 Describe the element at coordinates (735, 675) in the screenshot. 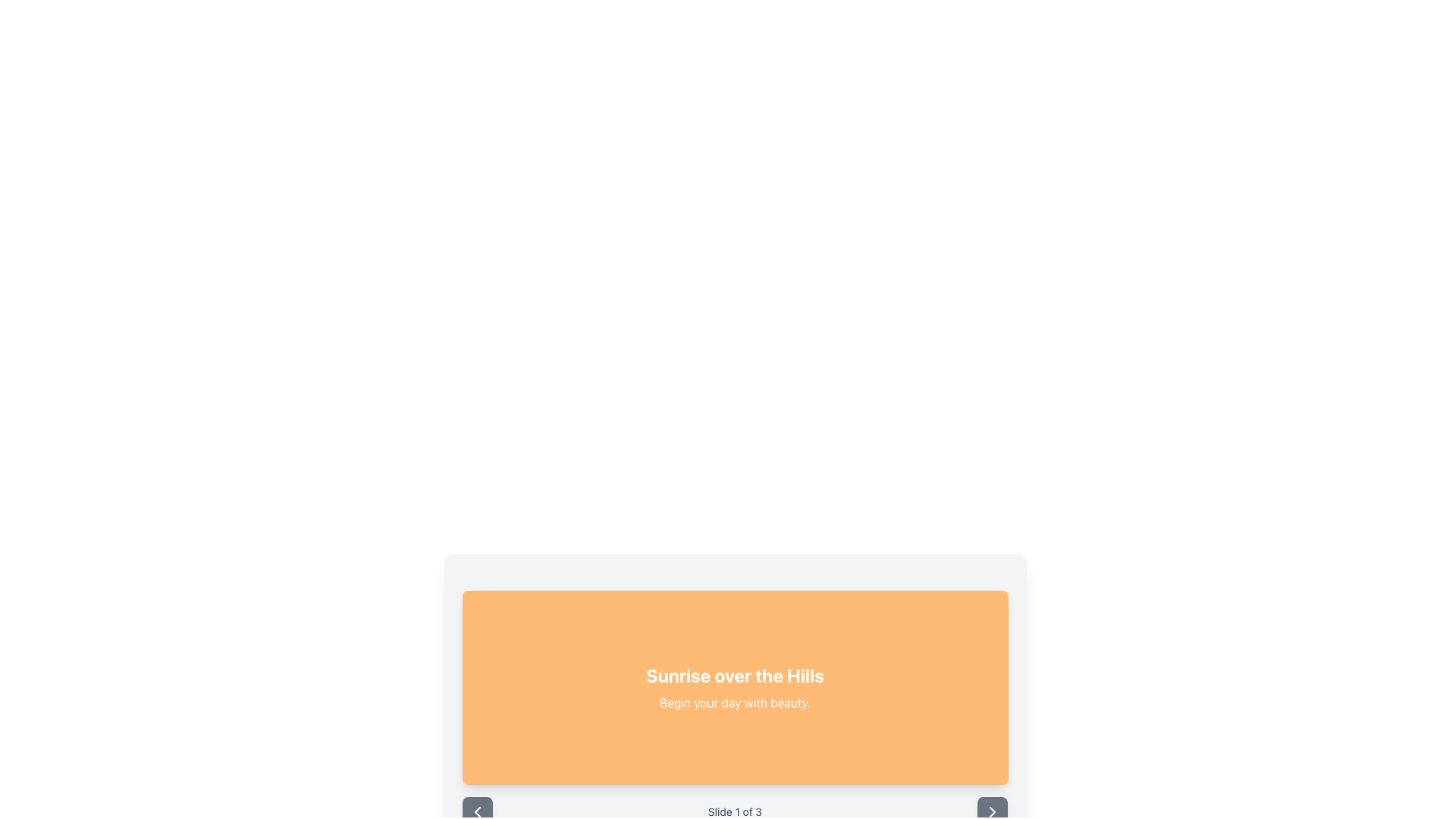

I see `text displayed in the large, bold, white font saying 'Sunrise over the Hills', which is centrally positioned within an orange rectangular background` at that location.